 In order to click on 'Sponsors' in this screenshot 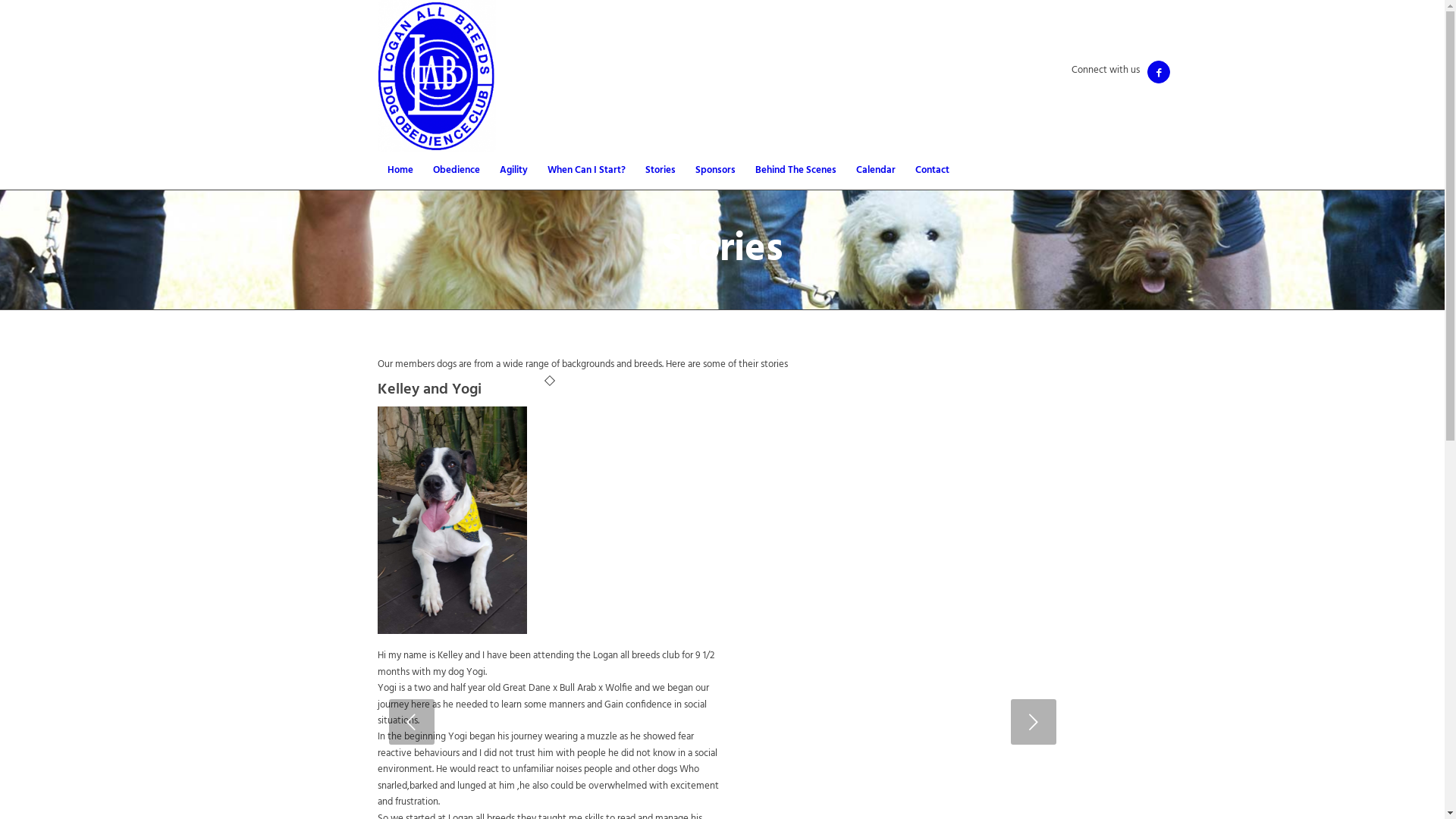, I will do `click(714, 170)`.